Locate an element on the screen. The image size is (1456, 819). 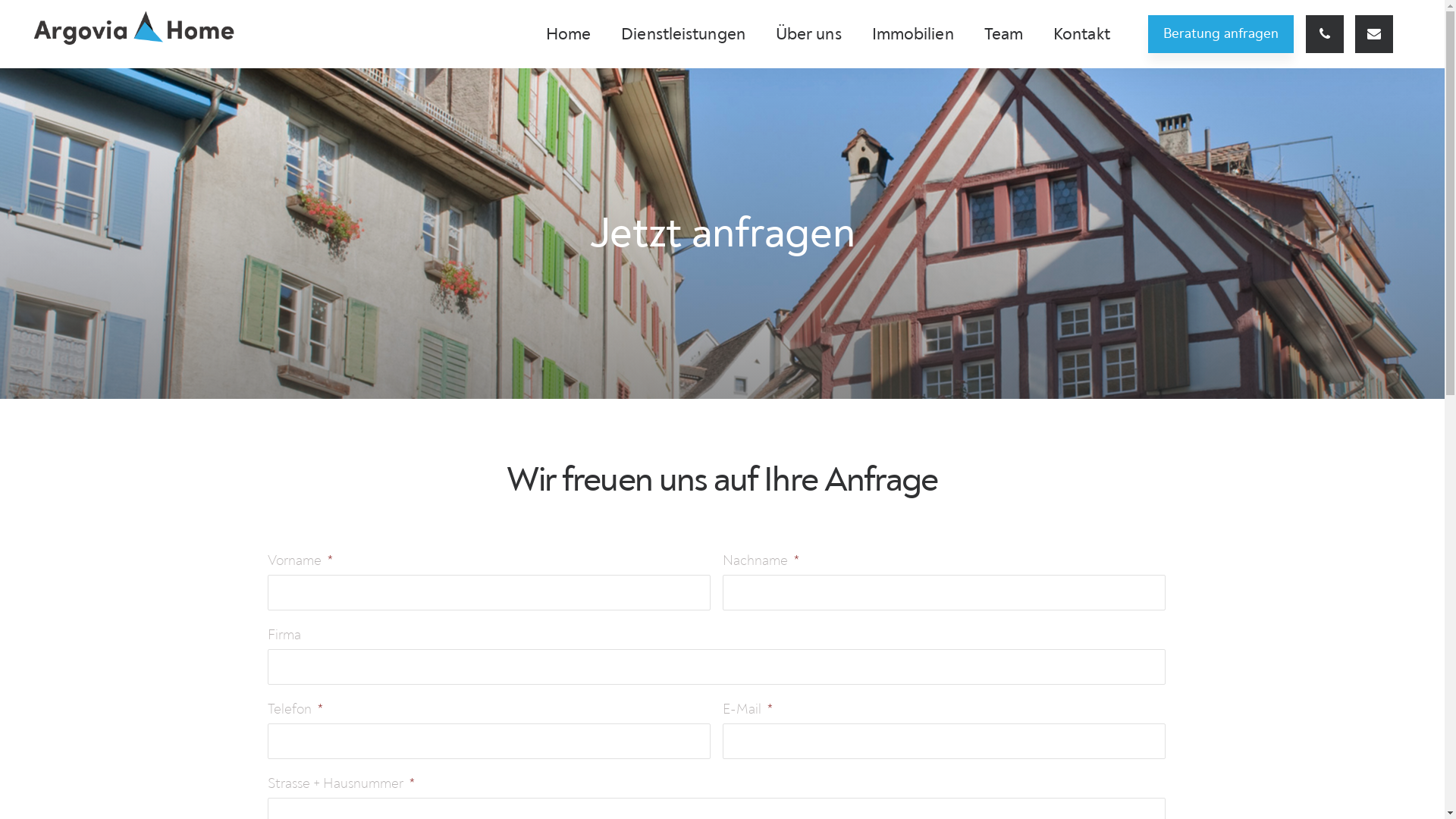
'Immobilien' is located at coordinates (912, 34).